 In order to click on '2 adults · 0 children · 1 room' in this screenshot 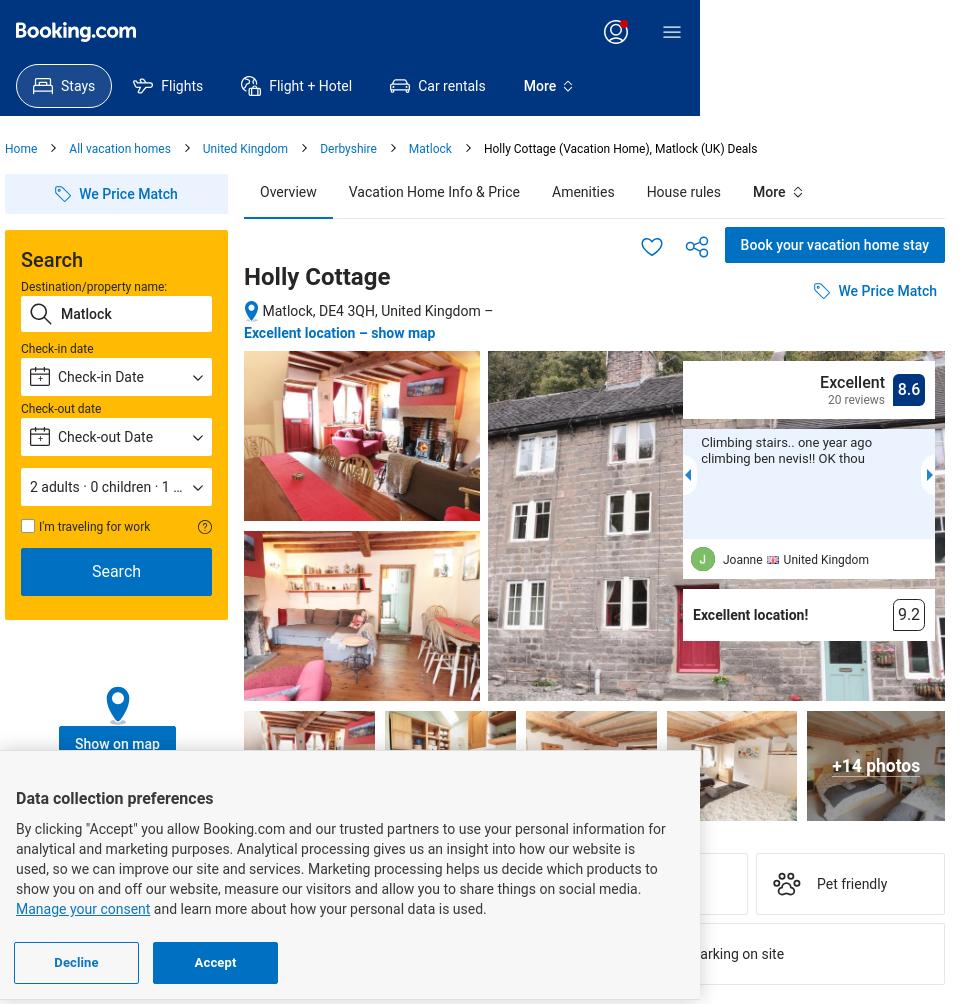, I will do `click(118, 486)`.